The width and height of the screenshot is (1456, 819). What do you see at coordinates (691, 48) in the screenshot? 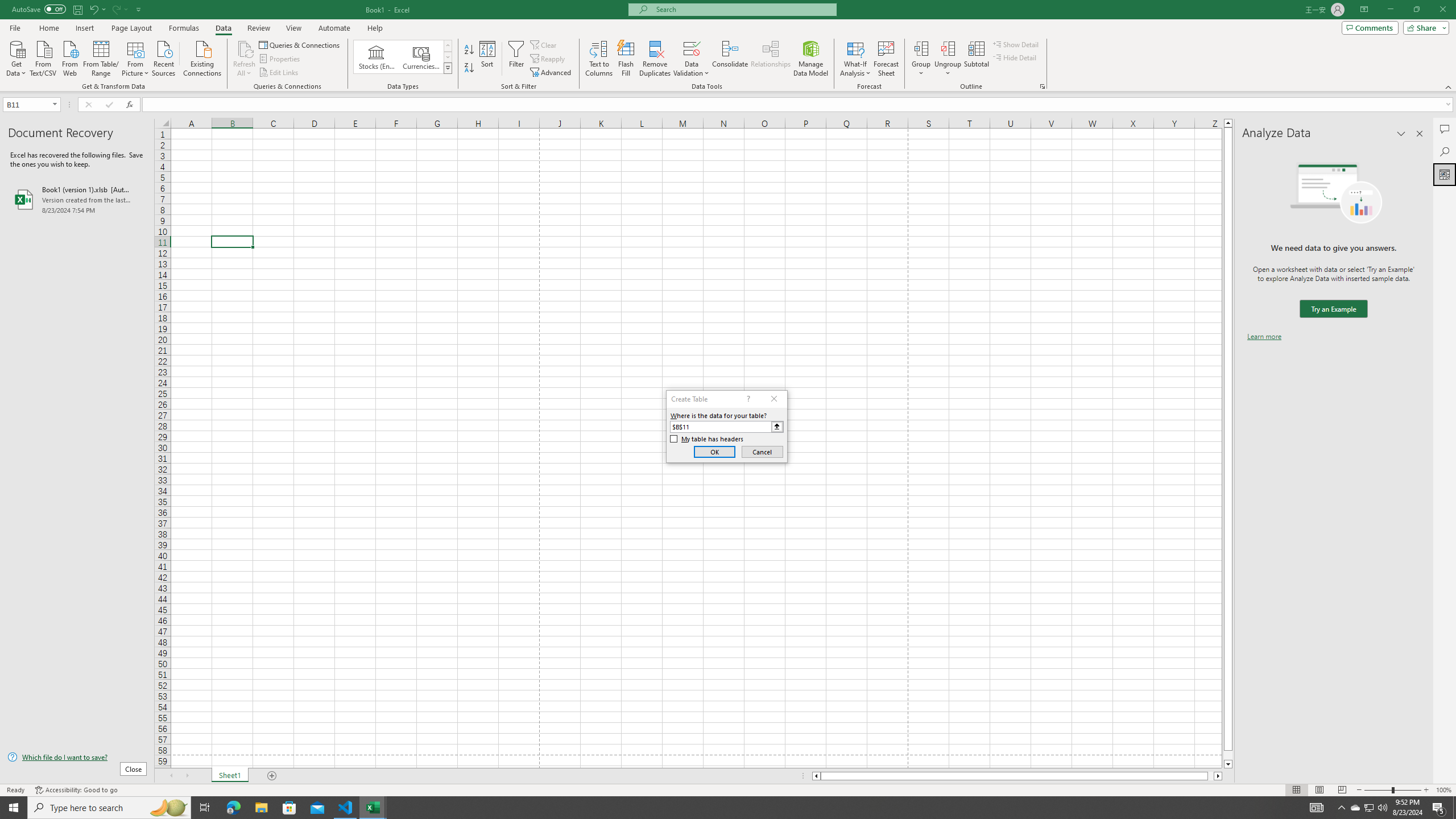
I see `'Data Validation...'` at bounding box center [691, 48].